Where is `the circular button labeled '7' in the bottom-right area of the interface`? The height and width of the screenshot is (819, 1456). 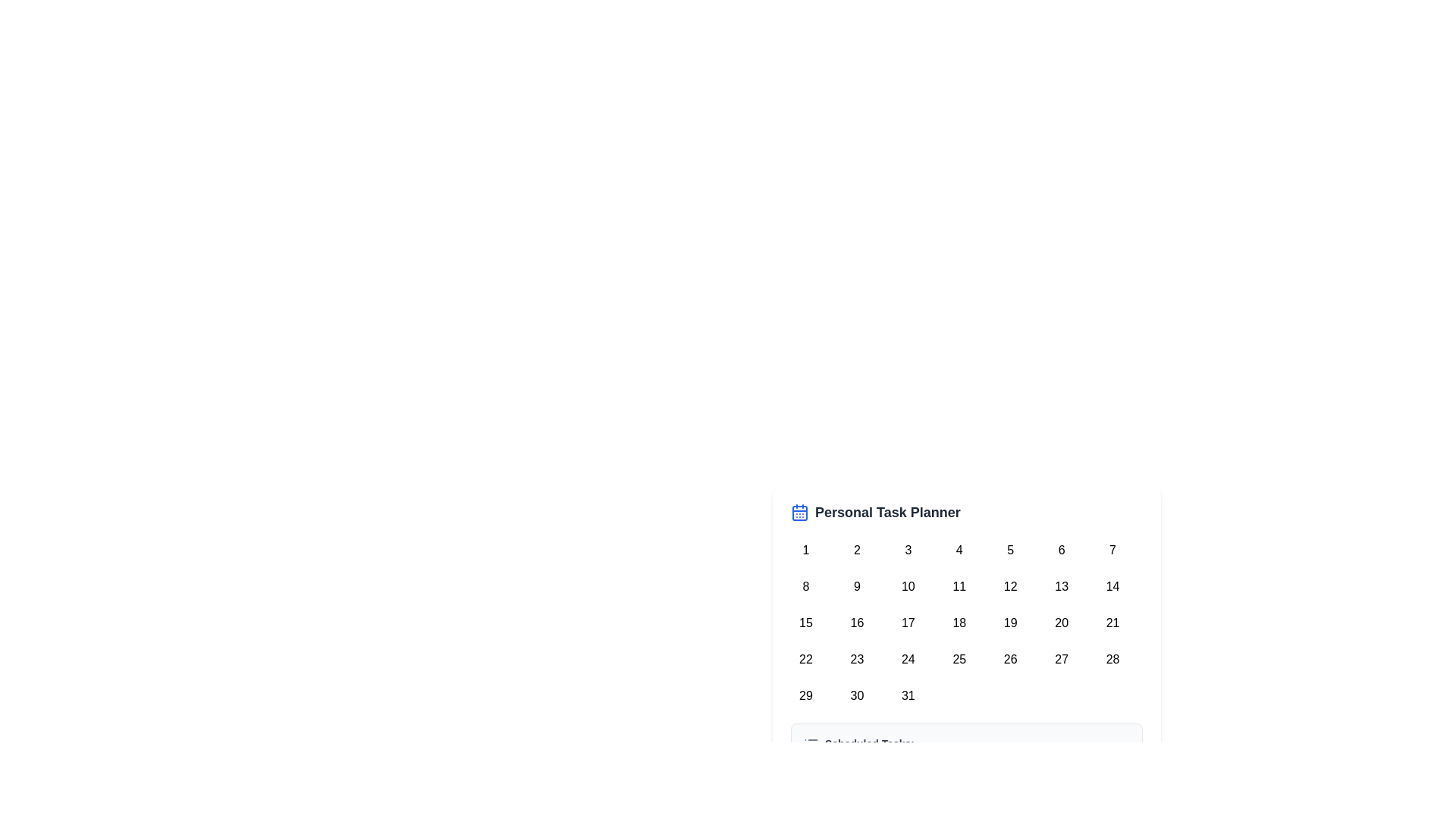 the circular button labeled '7' in the bottom-right area of the interface is located at coordinates (1112, 550).